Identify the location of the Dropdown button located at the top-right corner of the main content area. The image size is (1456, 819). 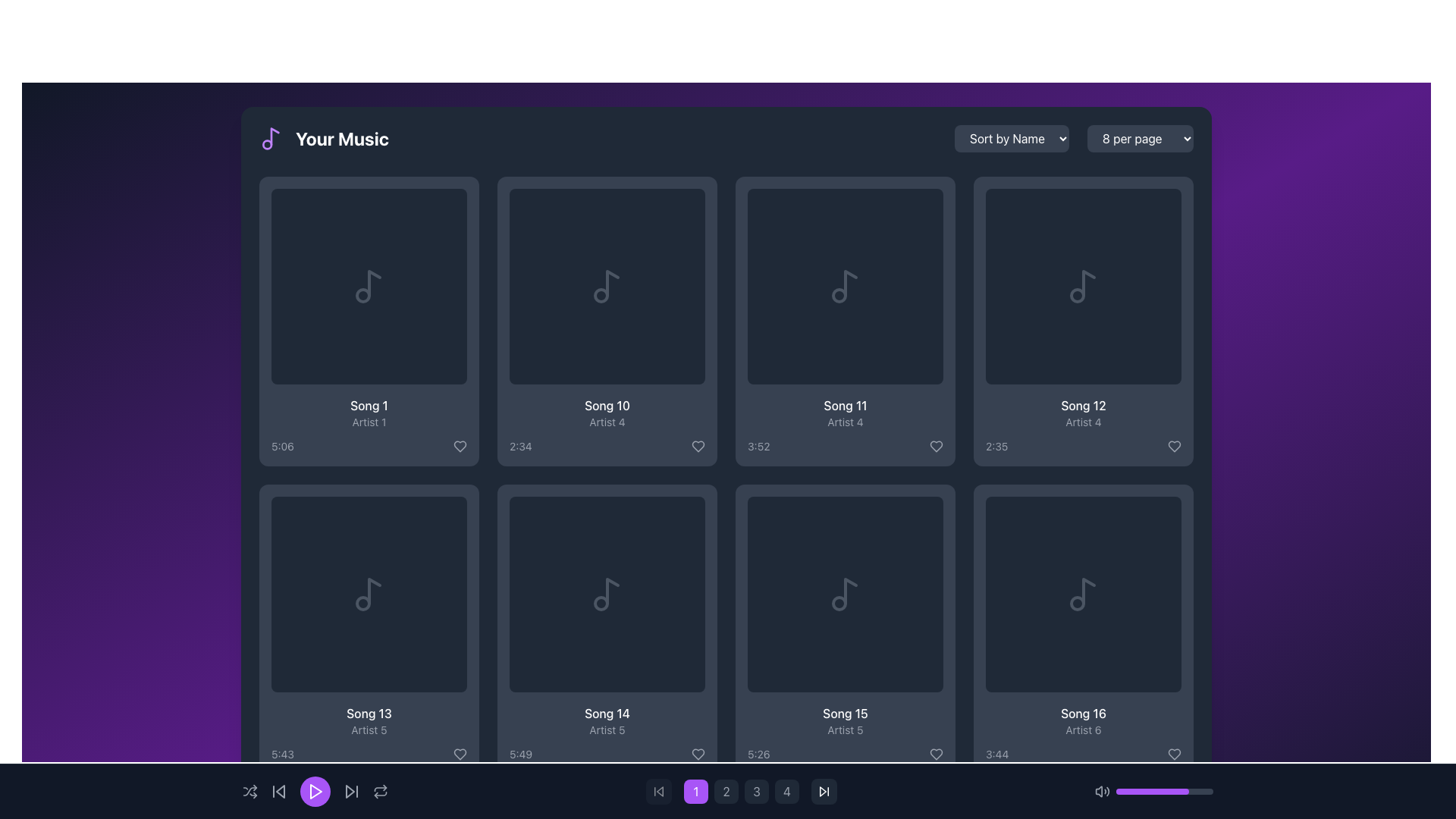
(1140, 138).